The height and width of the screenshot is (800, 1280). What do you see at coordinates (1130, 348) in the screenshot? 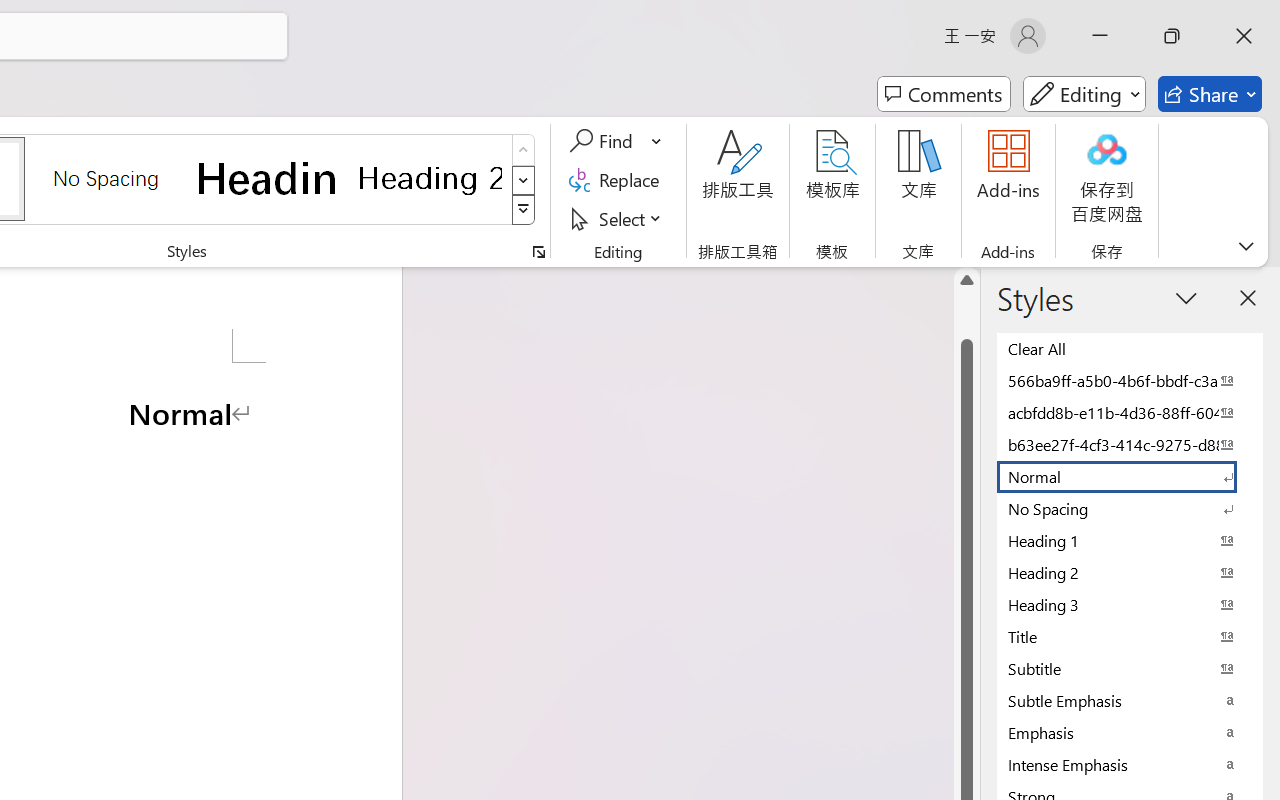
I see `'Clear All'` at bounding box center [1130, 348].